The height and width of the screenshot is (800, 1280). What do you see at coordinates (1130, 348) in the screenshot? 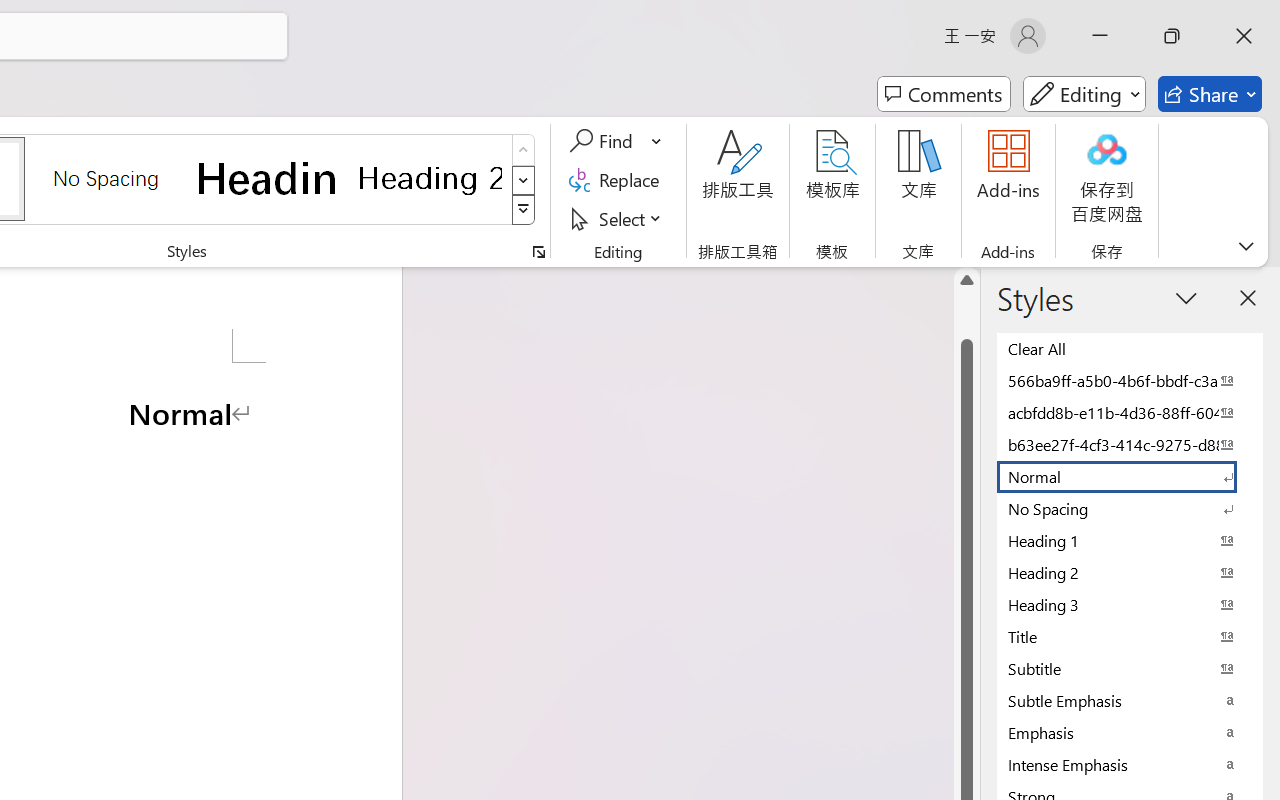
I see `'Clear All'` at bounding box center [1130, 348].